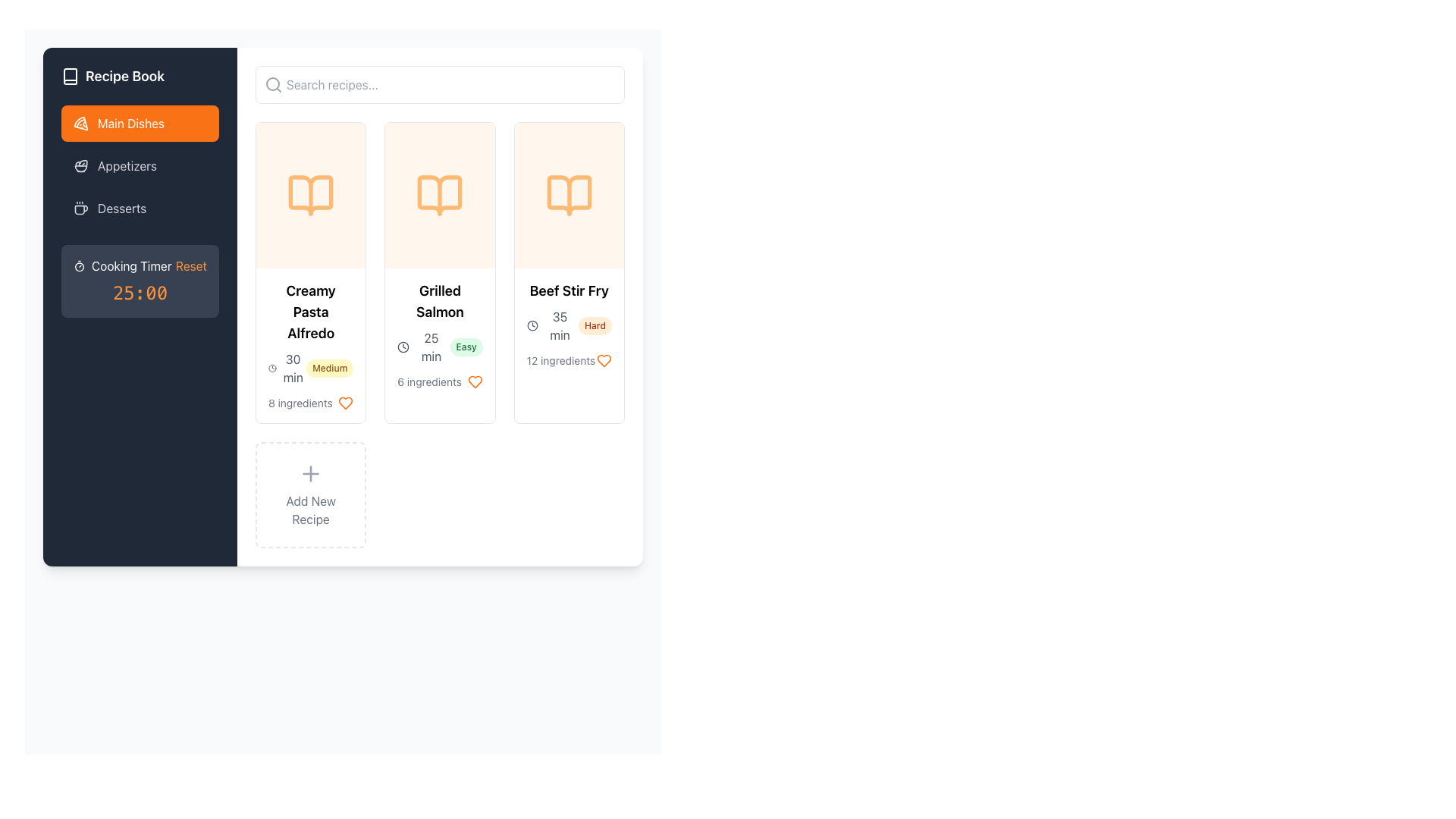  What do you see at coordinates (310, 195) in the screenshot?
I see `the IconPlaceholder element with a light orange background containing an open book icon, located at the top of the 'Creamy Pasta Alfredo' recipe card` at bounding box center [310, 195].